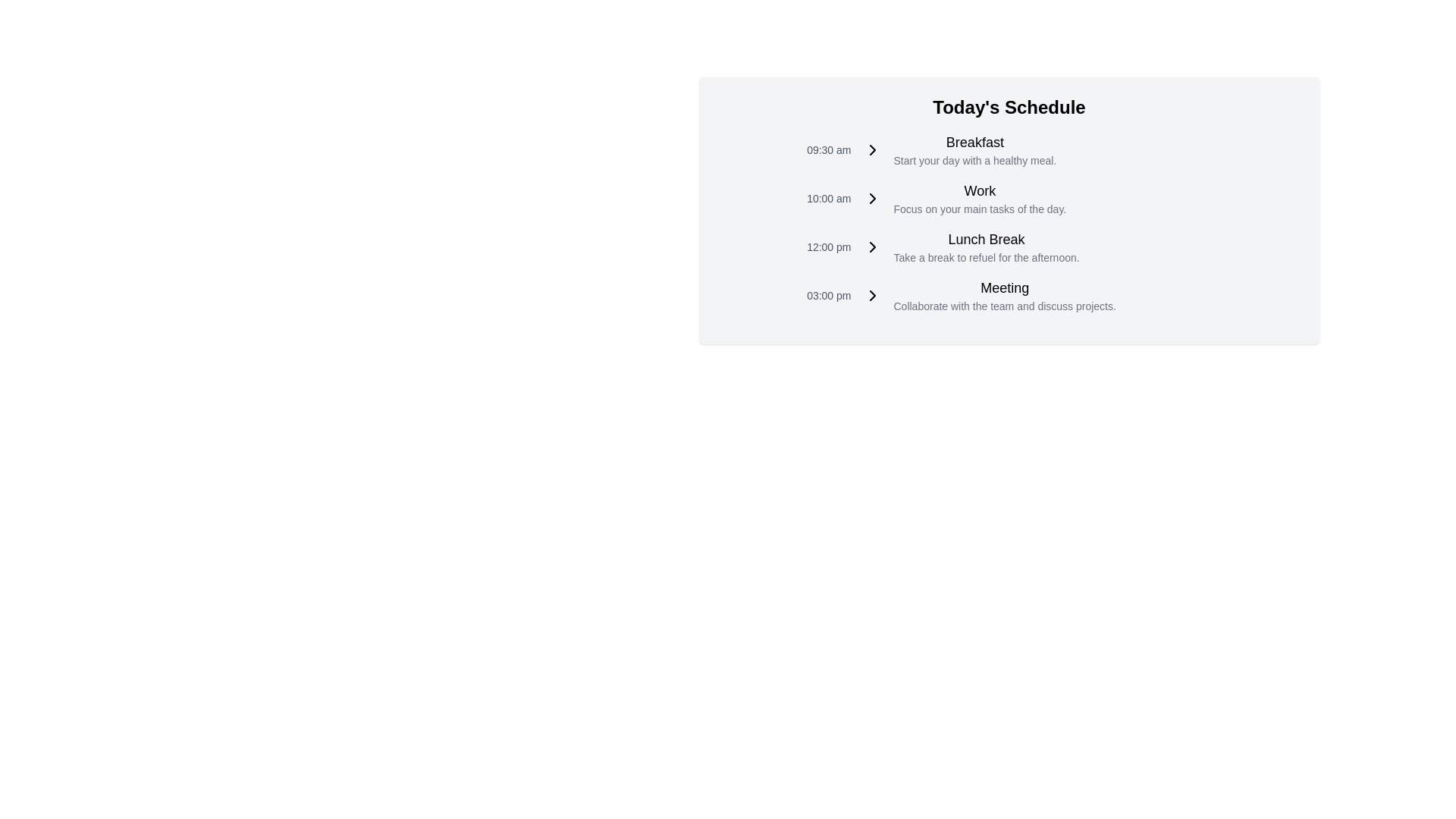 This screenshot has height=819, width=1456. Describe the element at coordinates (980, 190) in the screenshot. I see `the bolded text label reading 'Work', which is centrally positioned under the '10:00 am' entry in the schedule` at that location.